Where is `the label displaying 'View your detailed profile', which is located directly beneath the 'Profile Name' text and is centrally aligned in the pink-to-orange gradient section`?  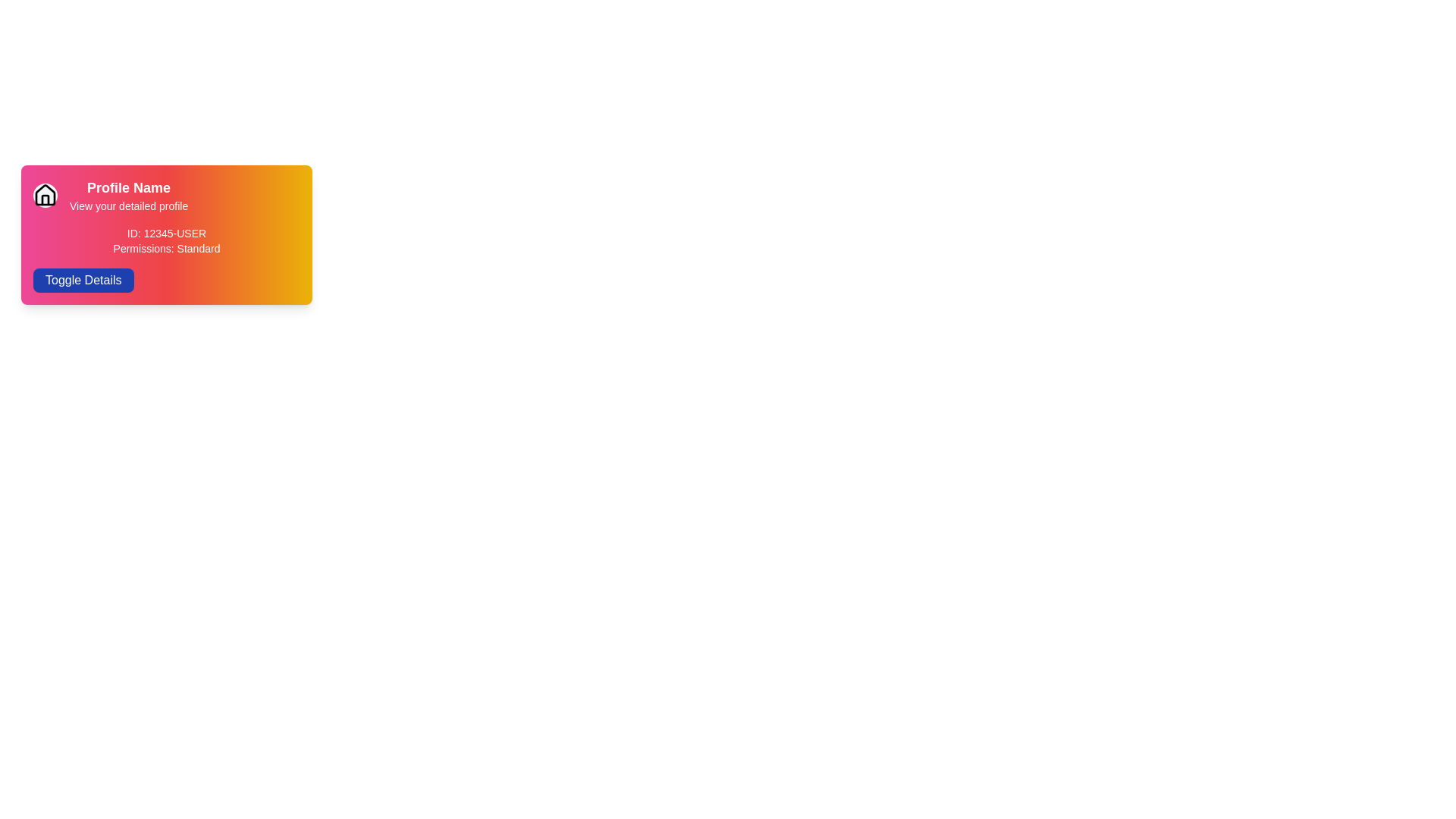 the label displaying 'View your detailed profile', which is located directly beneath the 'Profile Name' text and is centrally aligned in the pink-to-orange gradient section is located at coordinates (129, 206).